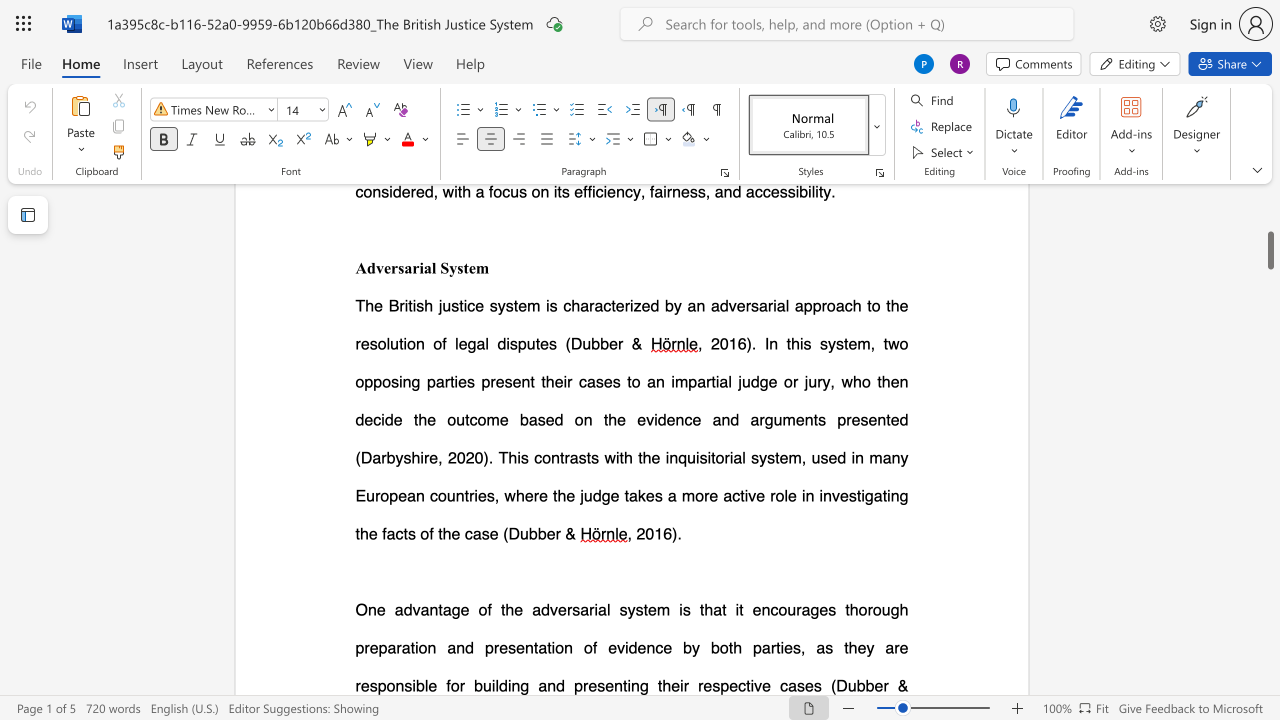  What do you see at coordinates (428, 684) in the screenshot?
I see `the space between the continuous character "l" and "e" in the text` at bounding box center [428, 684].